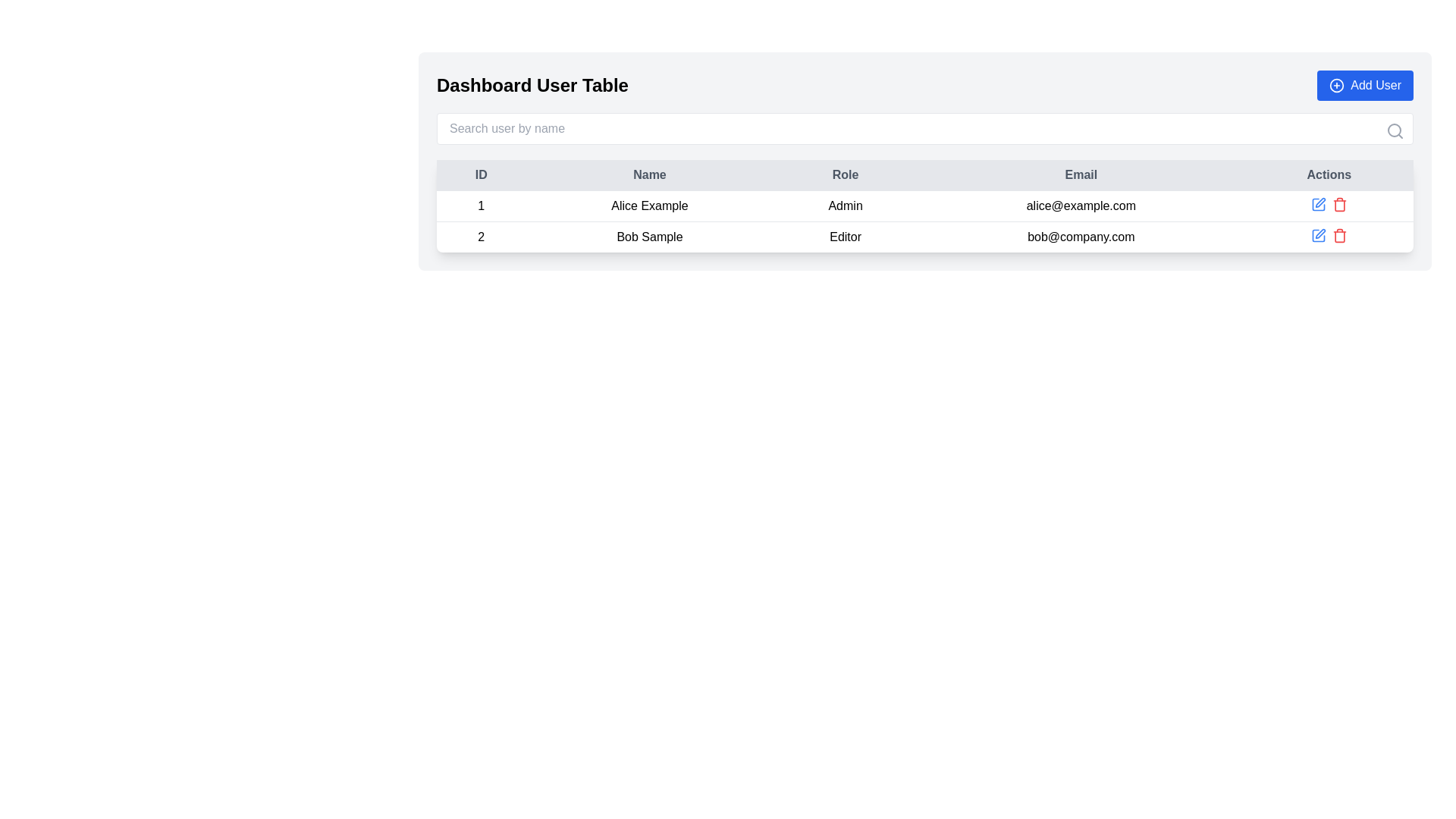 The width and height of the screenshot is (1456, 819). Describe the element at coordinates (1394, 130) in the screenshot. I see `the SVG Circle that represents the search feature within the magnifying glass icon located in the top-right section of the search bar on the dashboard interface` at that location.